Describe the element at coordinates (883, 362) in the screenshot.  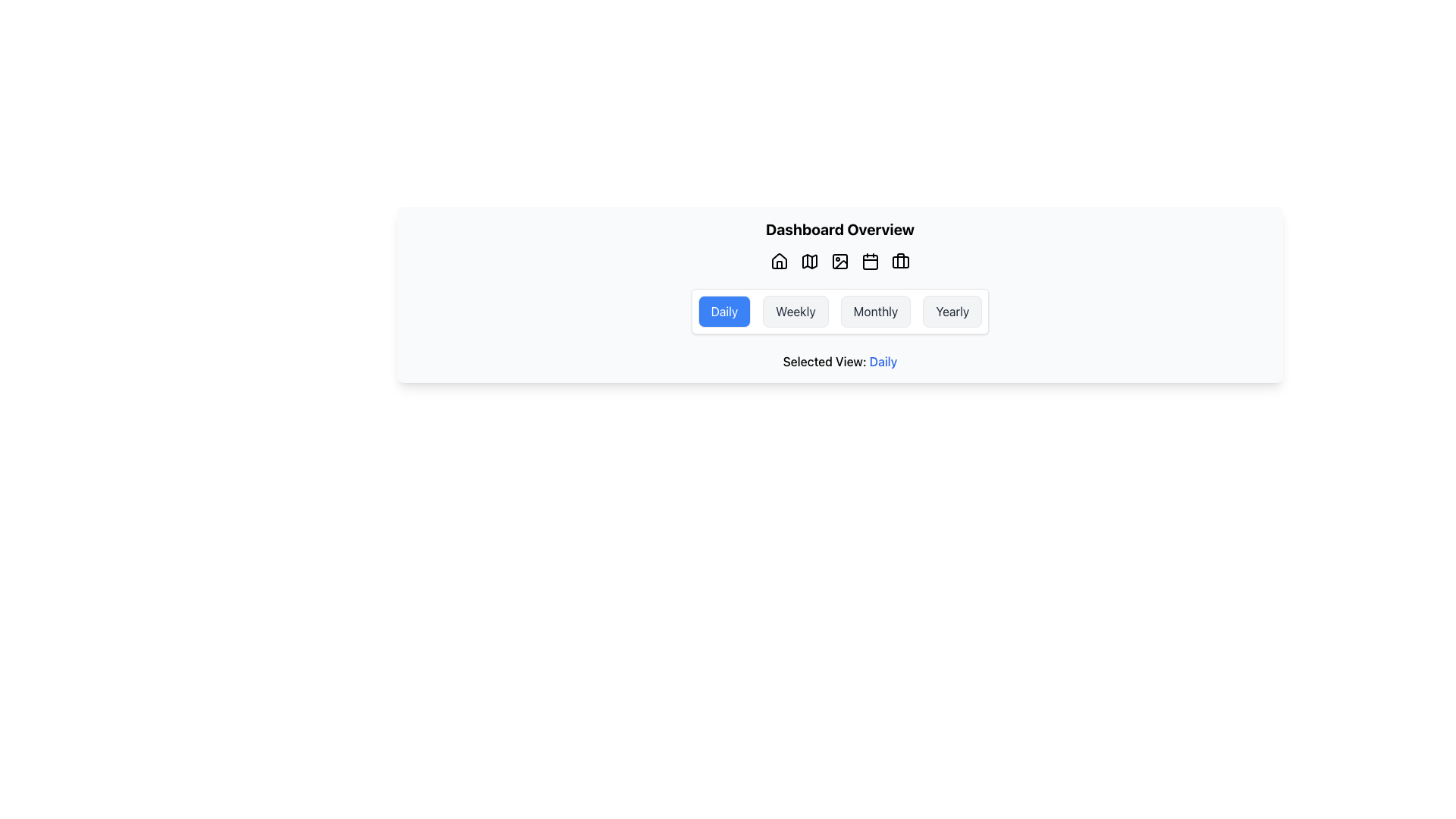
I see `the text element indicating the currently active setting for the 'Daily' view in the dashboard, which is located to the right of 'Selected View:'` at that location.